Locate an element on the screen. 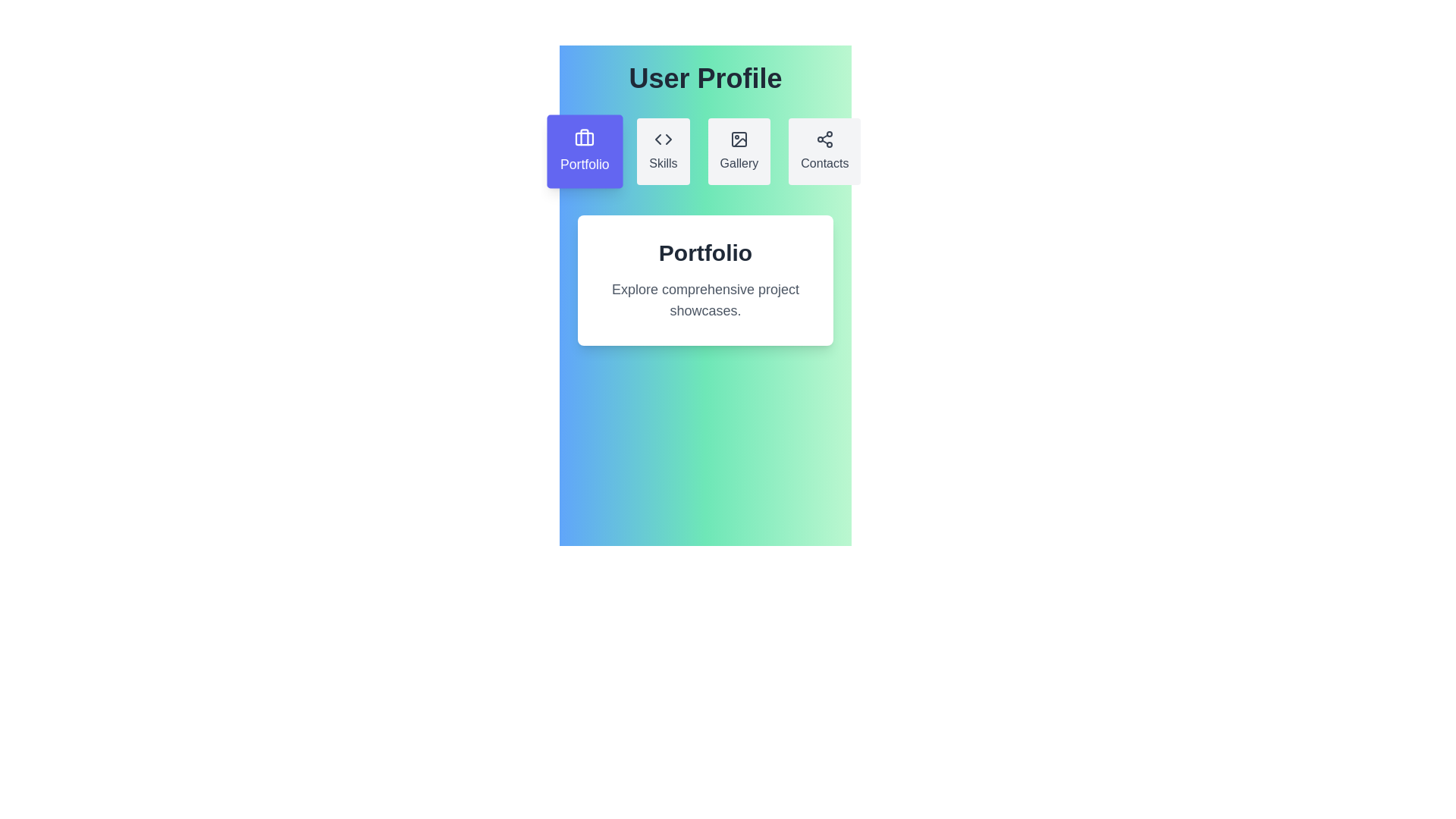  the tab labeled Skills to switch the active content is located at coordinates (663, 152).